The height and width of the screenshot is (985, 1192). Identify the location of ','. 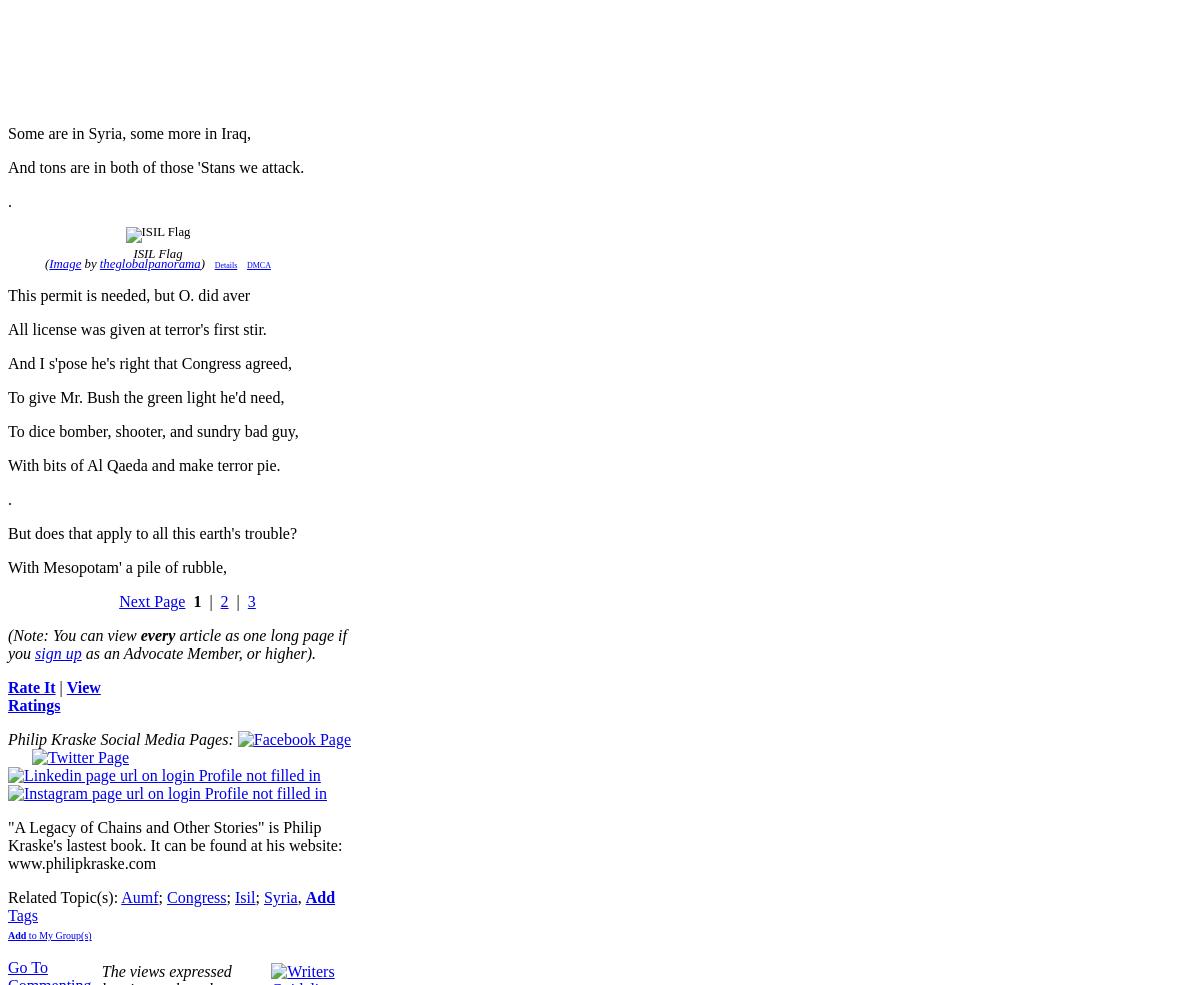
(296, 897).